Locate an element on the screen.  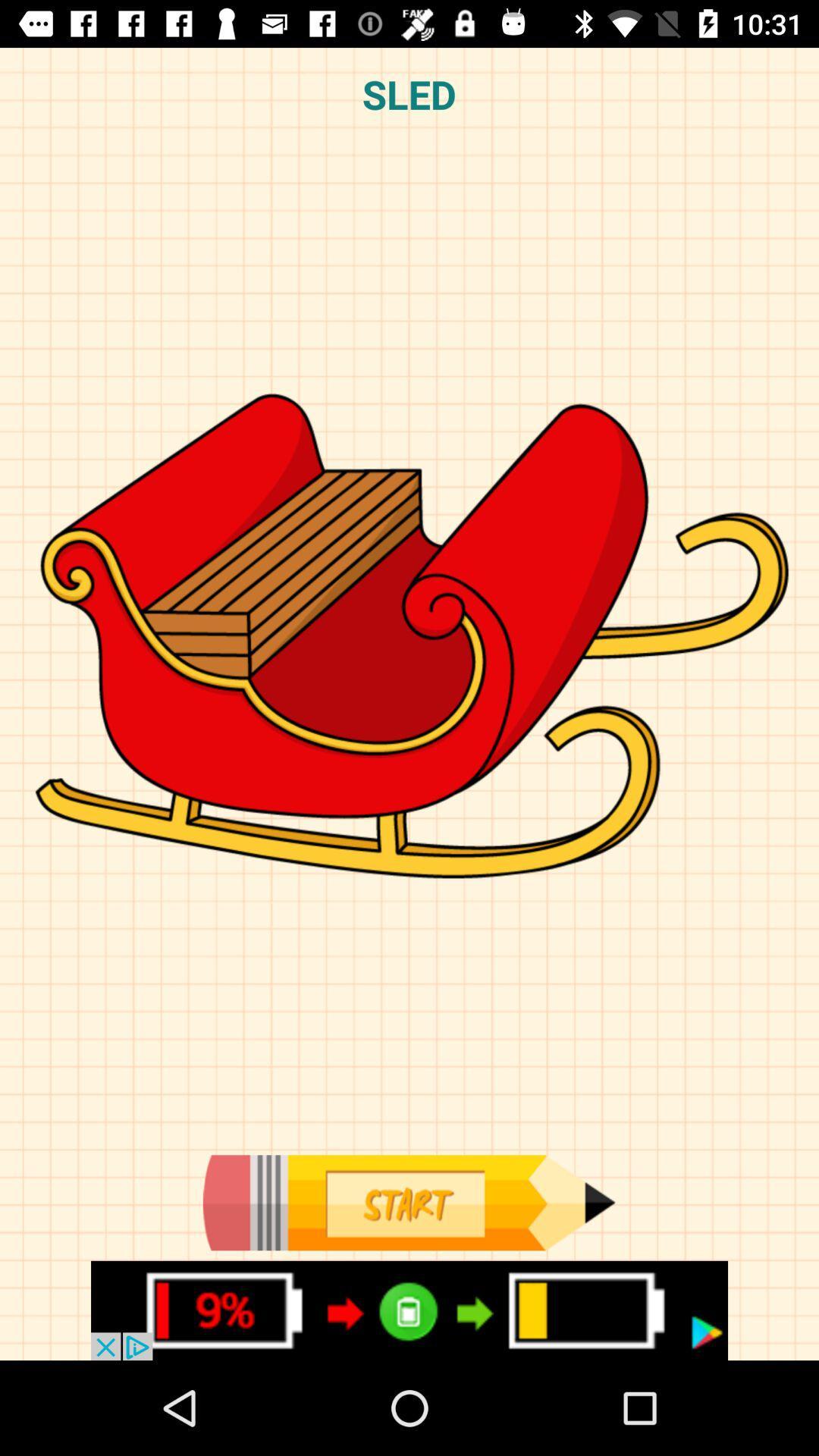
battery power is located at coordinates (409, 1310).